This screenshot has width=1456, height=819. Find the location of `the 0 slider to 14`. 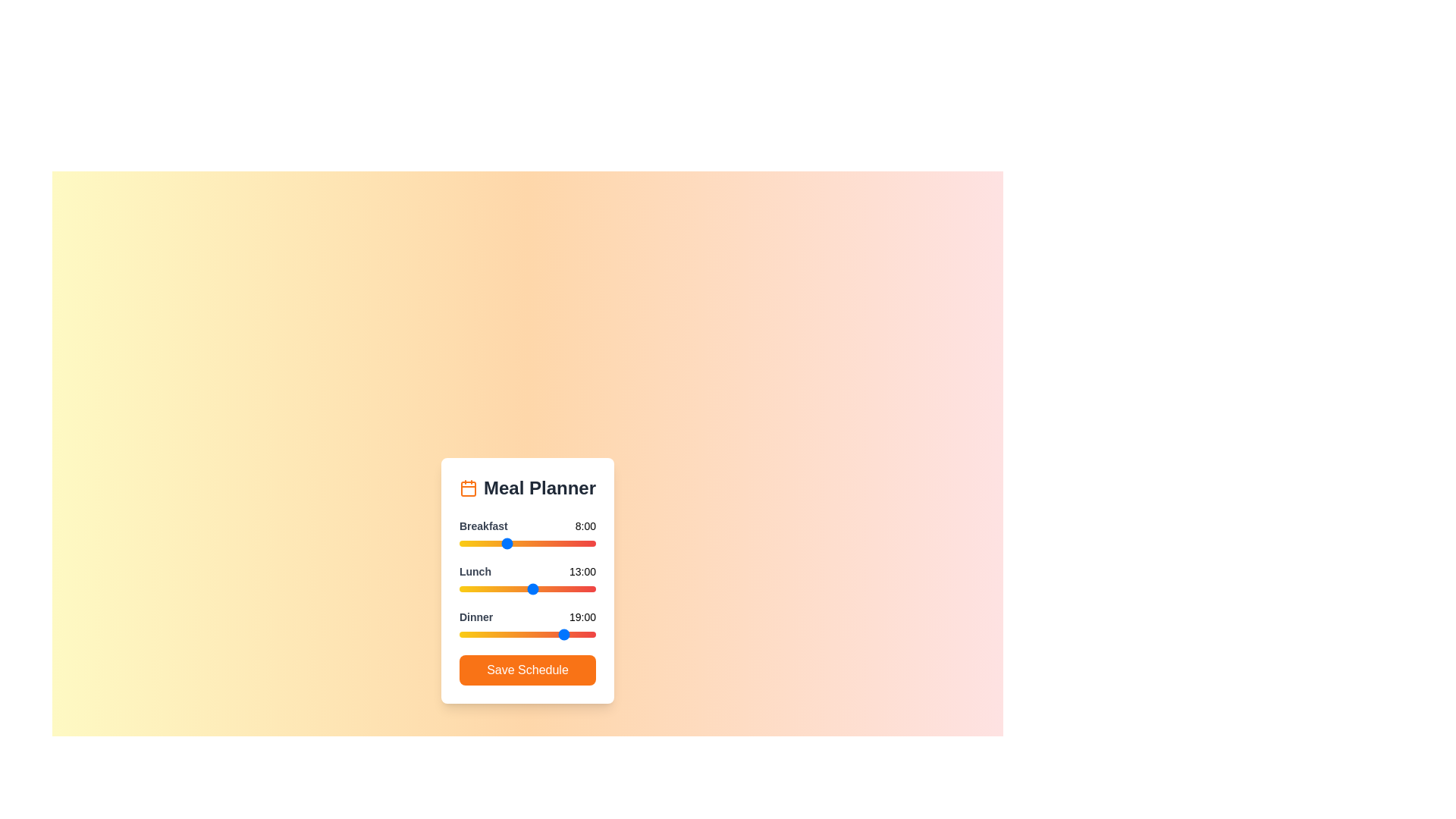

the 0 slider to 14 is located at coordinates (538, 543).